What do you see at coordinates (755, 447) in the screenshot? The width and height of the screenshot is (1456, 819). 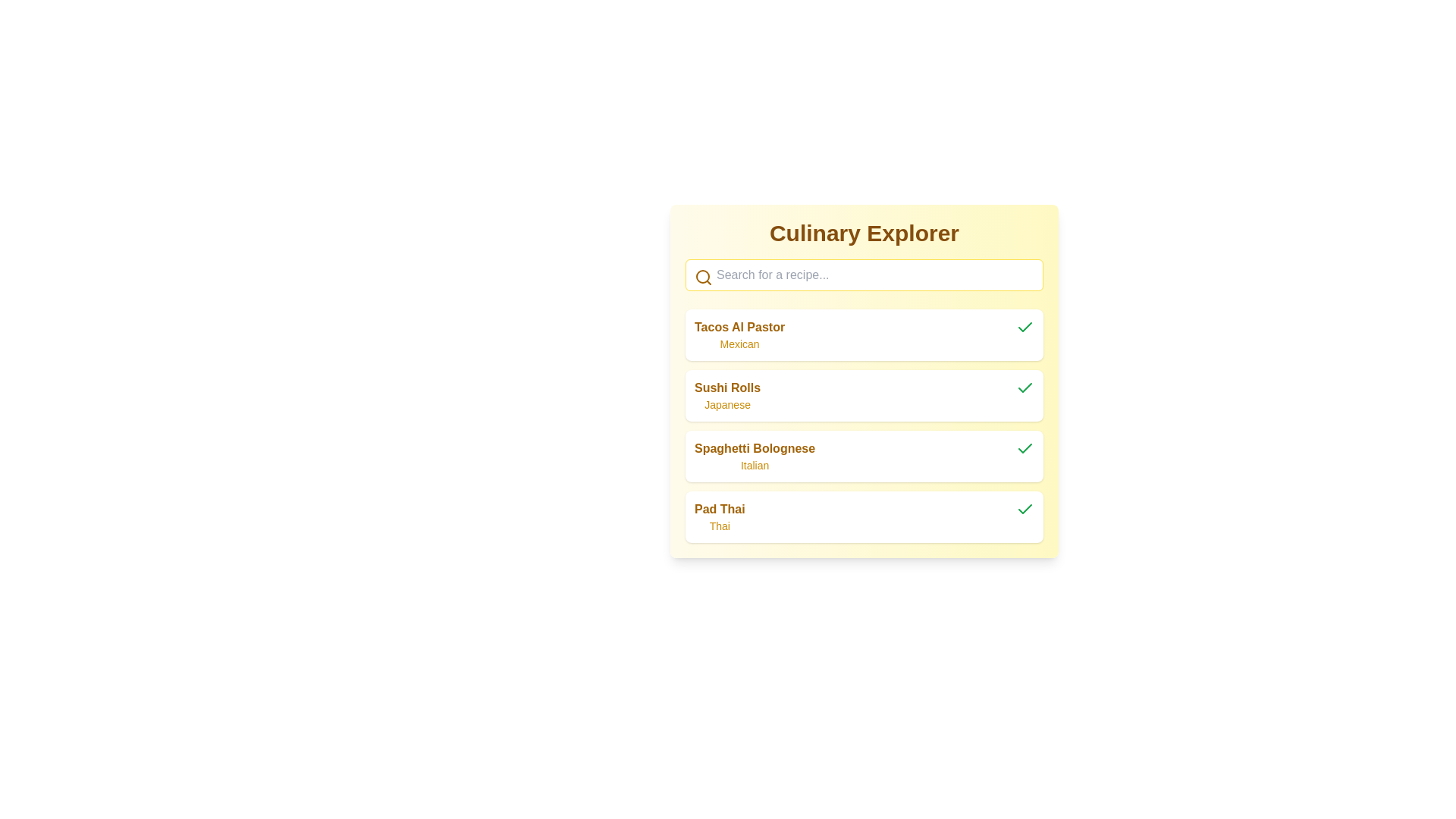 I see `on the text label displaying the recipe name 'Spaghetti Bolognese', which is the third entry in a vertically stacked list of recipes, located above the text 'Italian'` at bounding box center [755, 447].